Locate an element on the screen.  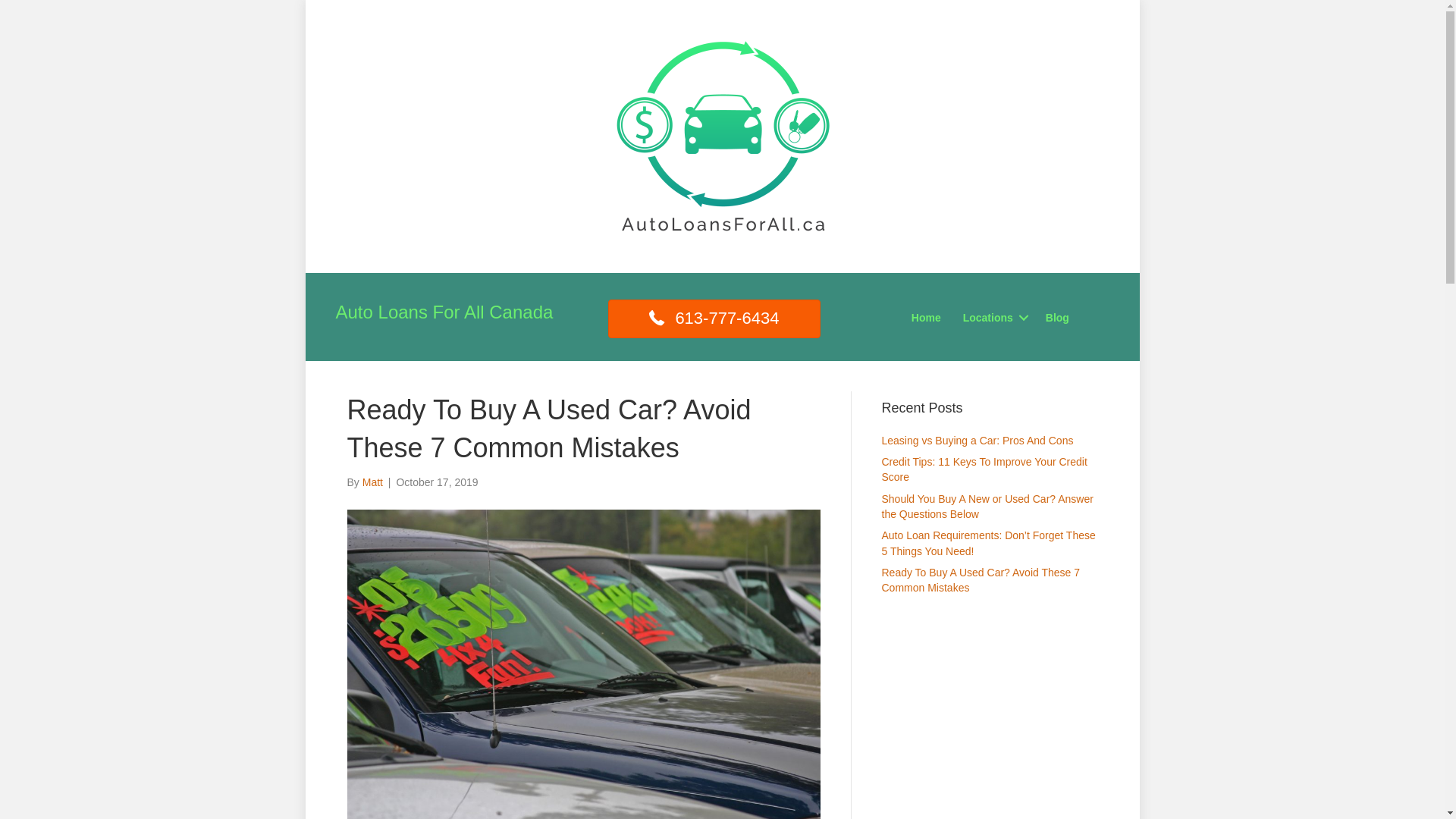
'Credit Tips: 11 Keys To Improve Your Credit Score' is located at coordinates (984, 468).